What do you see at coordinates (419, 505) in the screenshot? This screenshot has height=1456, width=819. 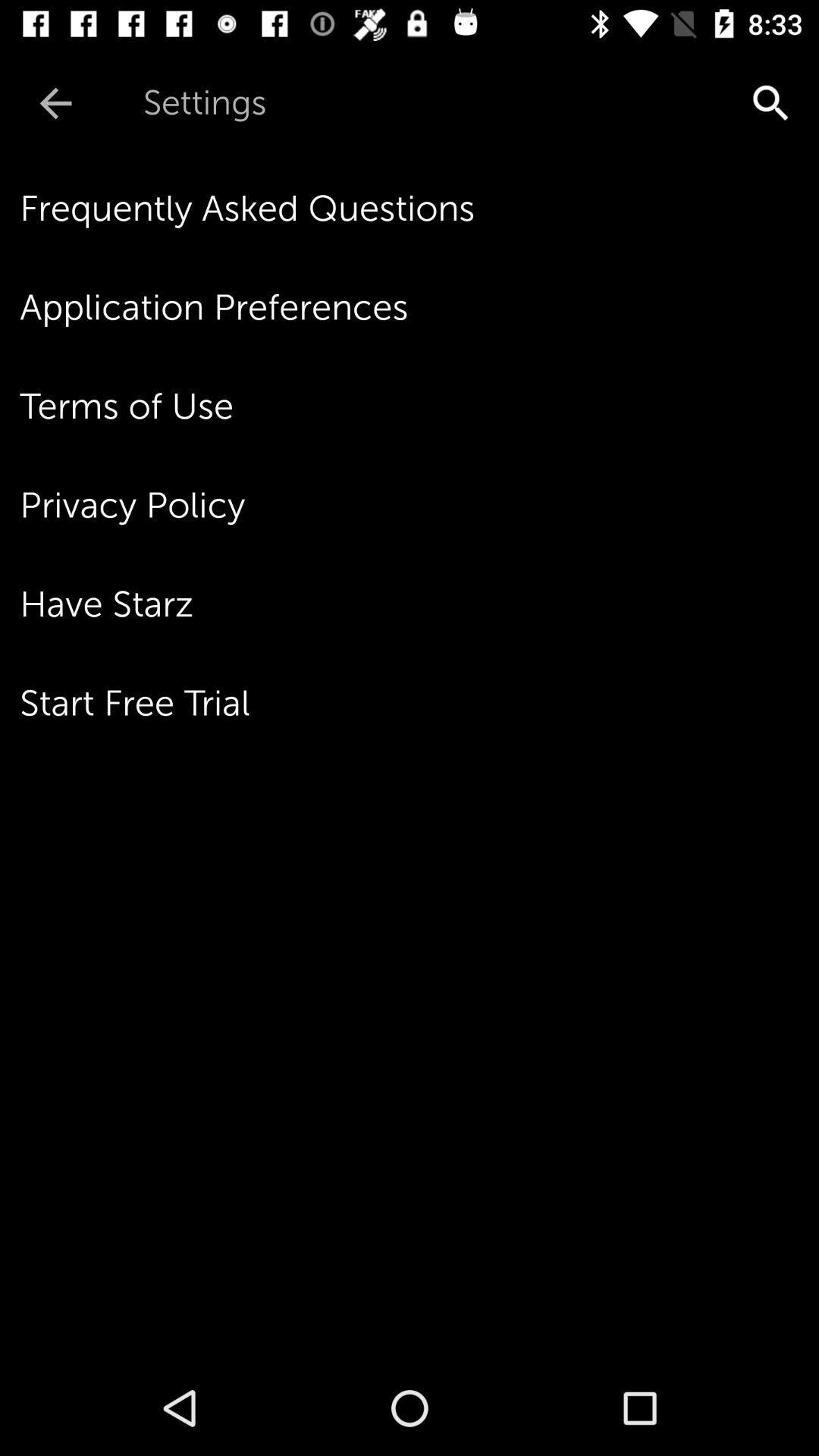 I see `the privacy policy icon` at bounding box center [419, 505].